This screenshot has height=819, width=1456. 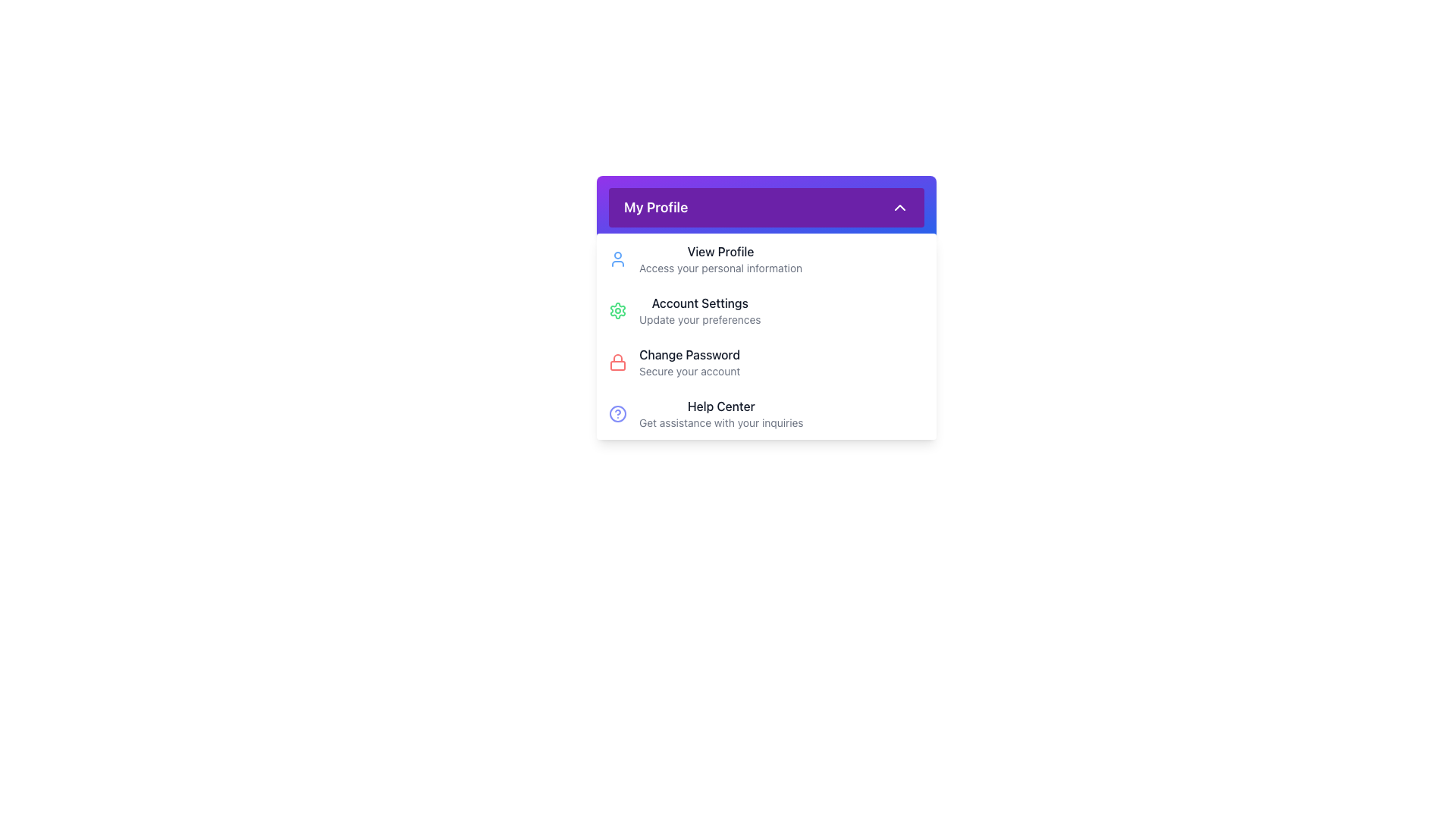 What do you see at coordinates (698, 309) in the screenshot?
I see `the 'Account Settings' title in the List Item with Text and Icon` at bounding box center [698, 309].